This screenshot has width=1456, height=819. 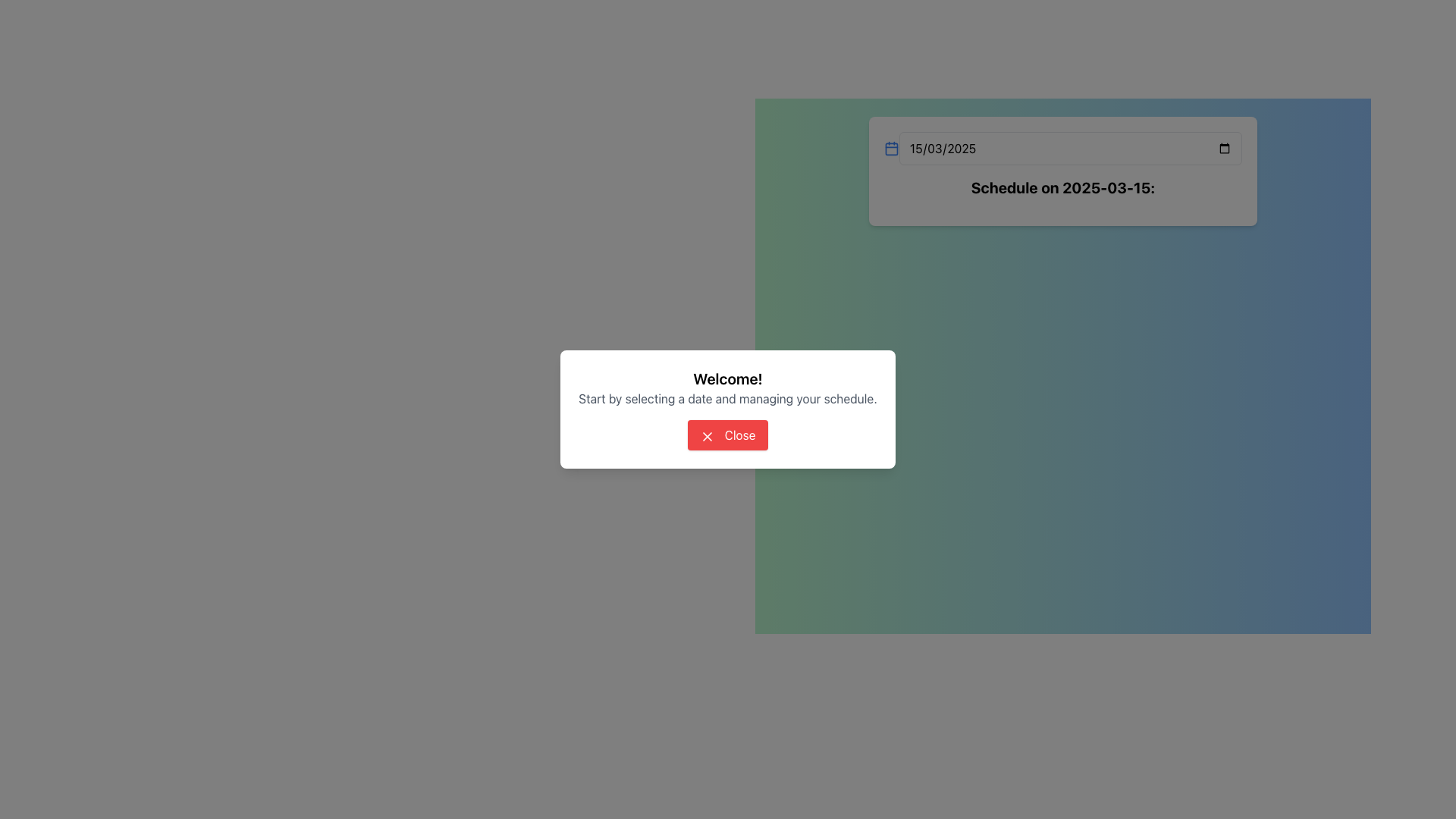 I want to click on the bold, large-sized text displaying 'Welcome!', so click(x=728, y=378).